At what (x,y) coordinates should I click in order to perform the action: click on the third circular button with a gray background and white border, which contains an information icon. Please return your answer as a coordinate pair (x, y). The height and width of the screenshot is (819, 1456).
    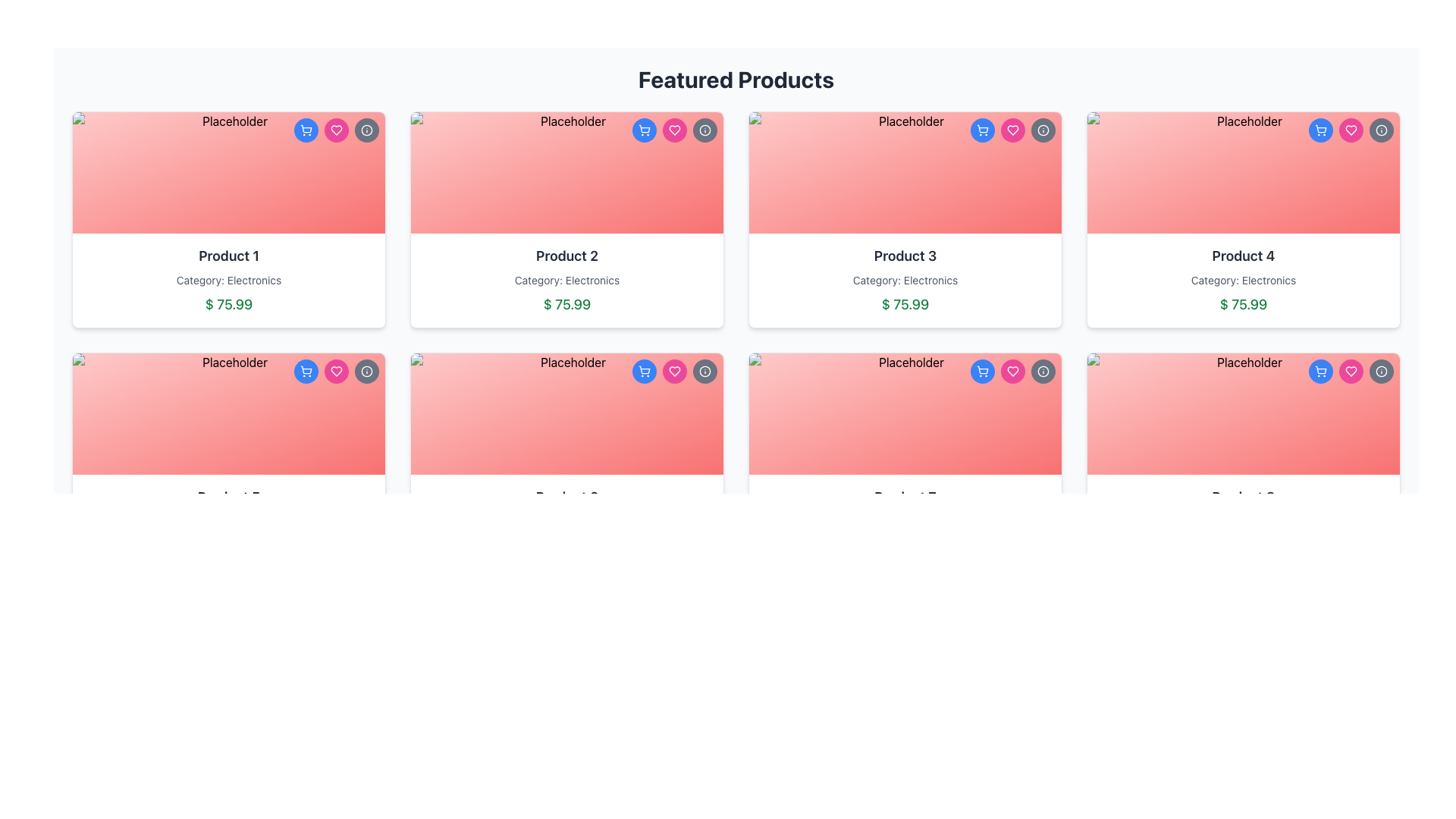
    Looking at the image, I should click on (704, 371).